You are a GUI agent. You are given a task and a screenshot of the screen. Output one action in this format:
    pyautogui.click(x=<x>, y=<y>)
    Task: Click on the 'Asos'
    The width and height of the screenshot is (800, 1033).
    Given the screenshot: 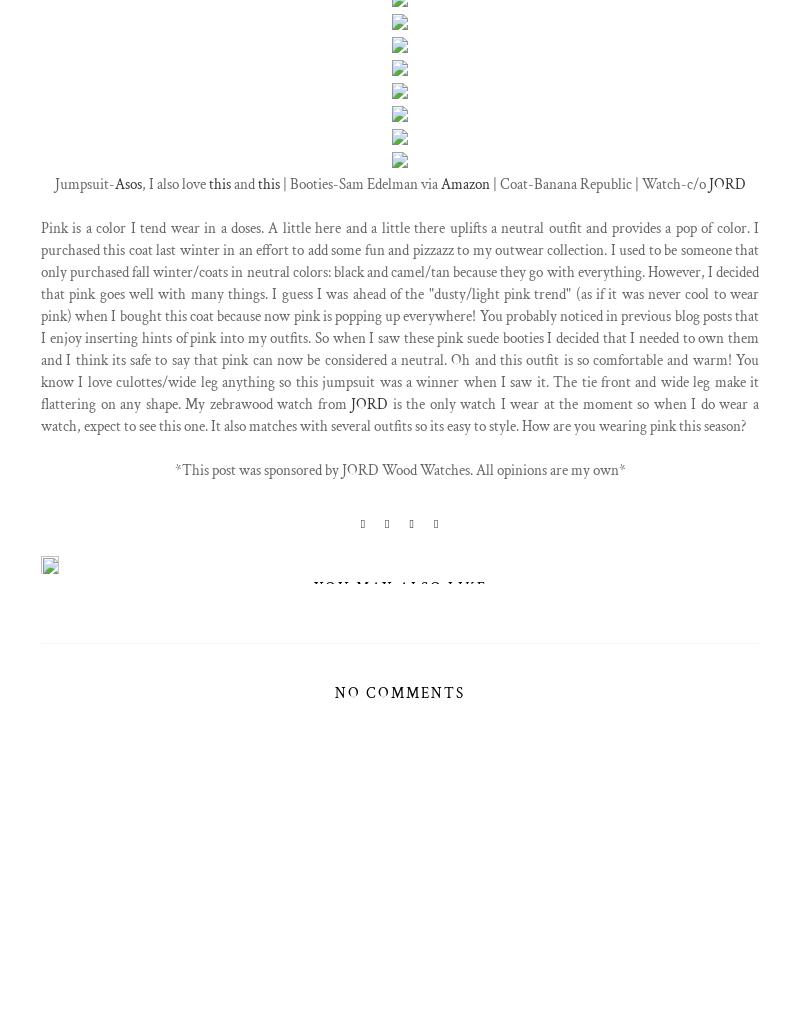 What is the action you would take?
    pyautogui.click(x=126, y=182)
    